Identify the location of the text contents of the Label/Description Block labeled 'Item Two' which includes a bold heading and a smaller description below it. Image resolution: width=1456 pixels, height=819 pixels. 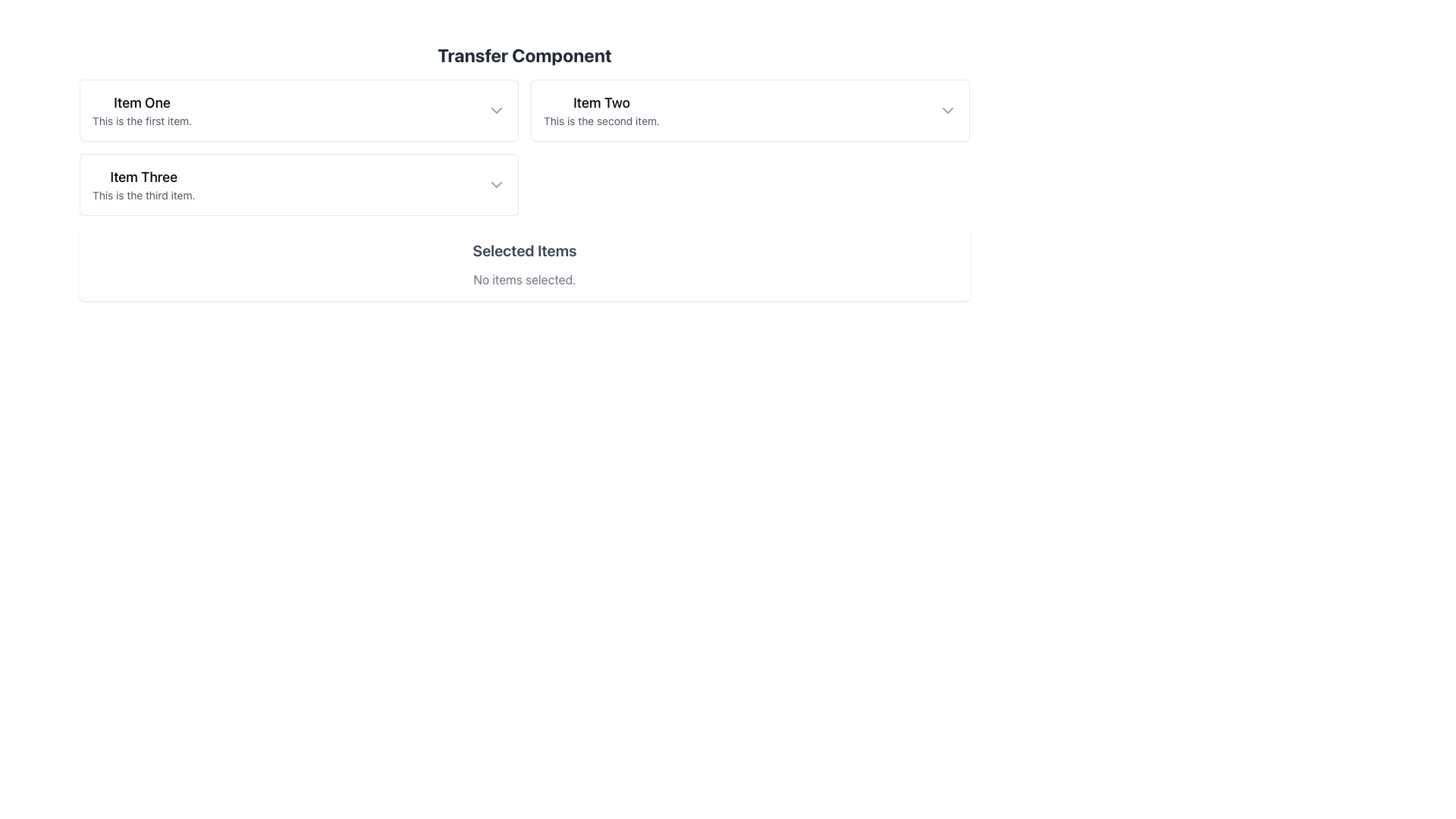
(601, 110).